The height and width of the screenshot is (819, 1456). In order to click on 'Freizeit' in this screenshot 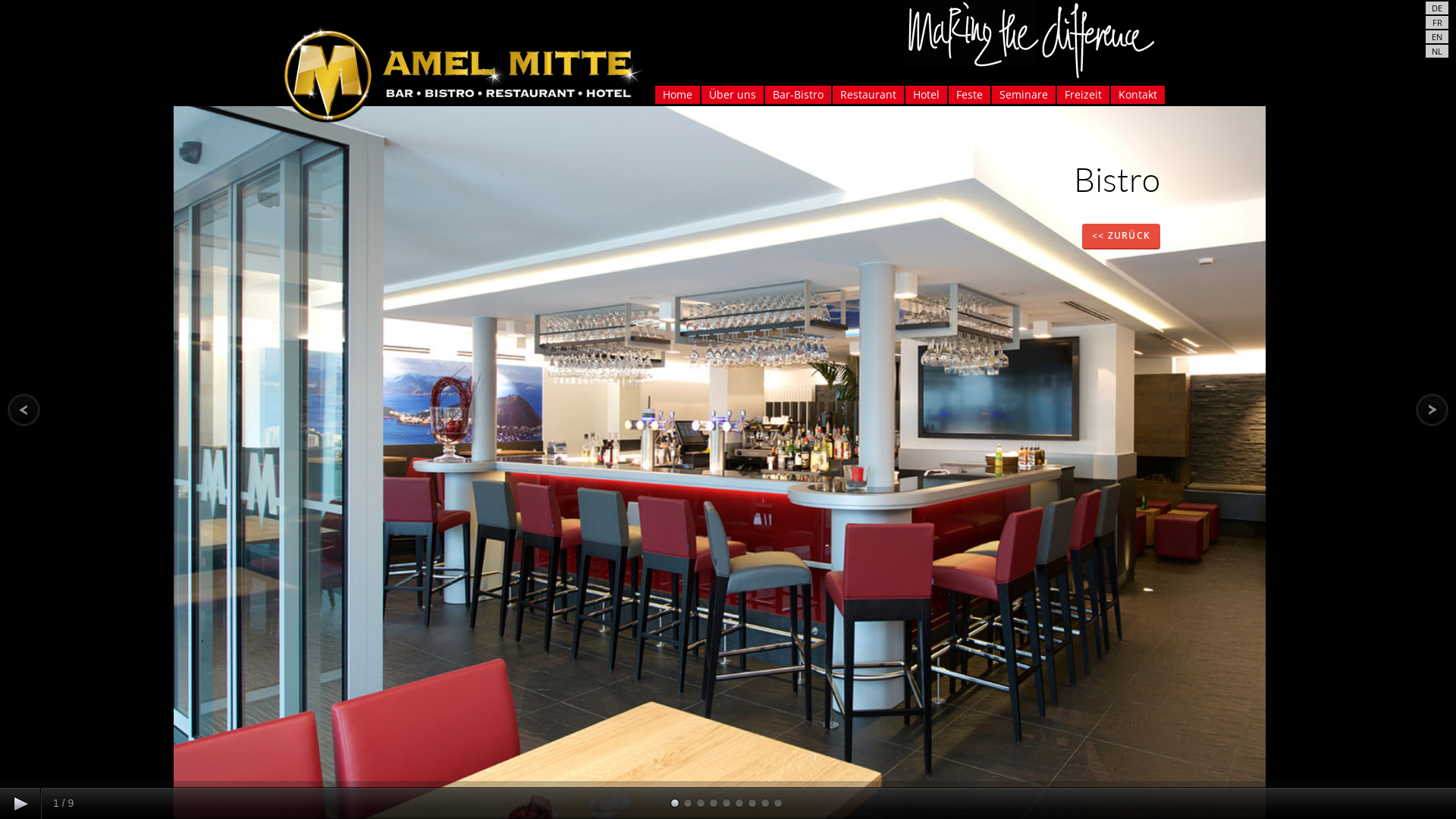, I will do `click(1082, 94)`.